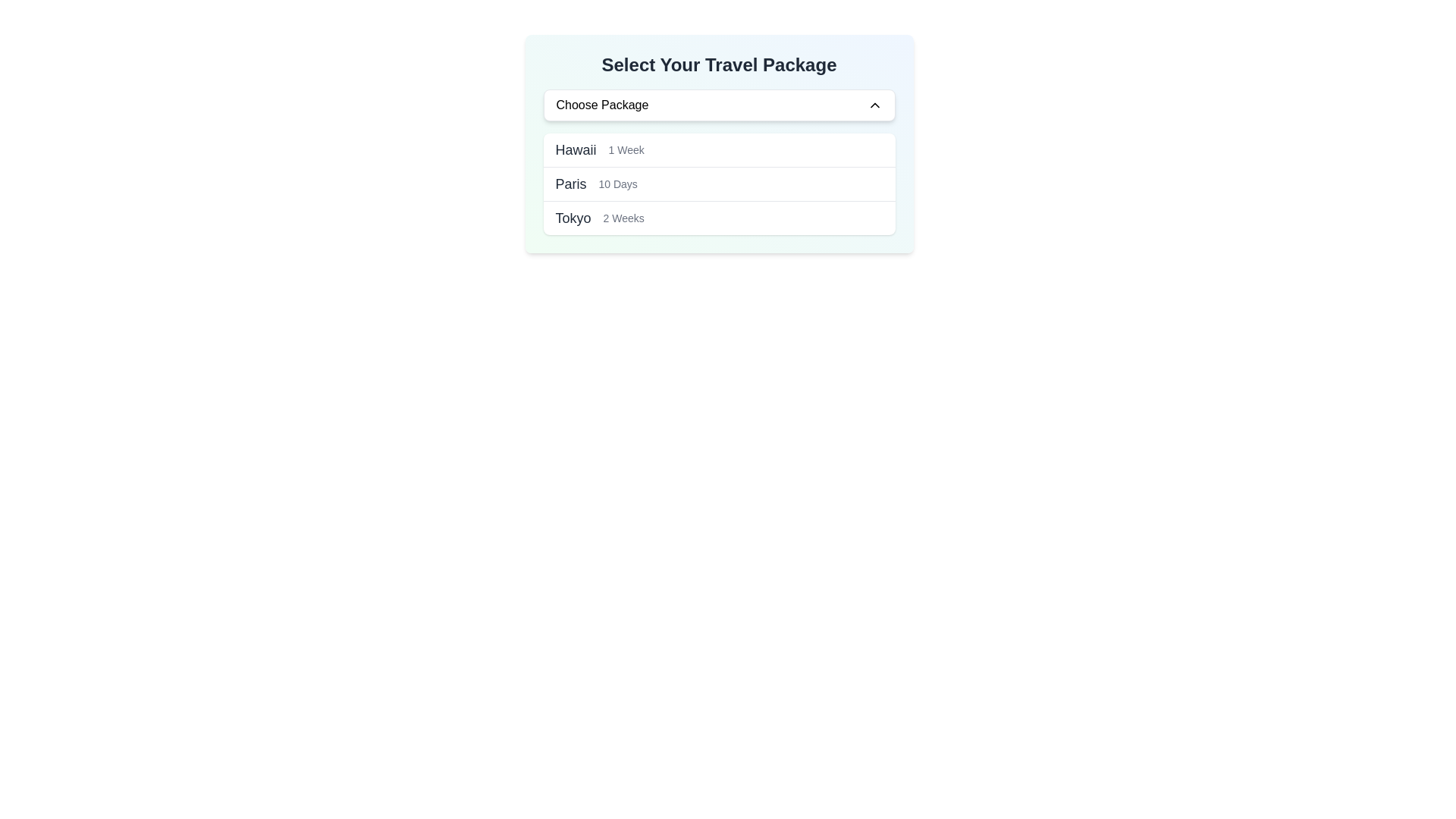 This screenshot has height=819, width=1456. I want to click on the text label displaying the duration '1 Week', which is located to the right of 'Hawaii' in the first row of the 'Select Your Travel Package' dropdown menu, so click(626, 149).